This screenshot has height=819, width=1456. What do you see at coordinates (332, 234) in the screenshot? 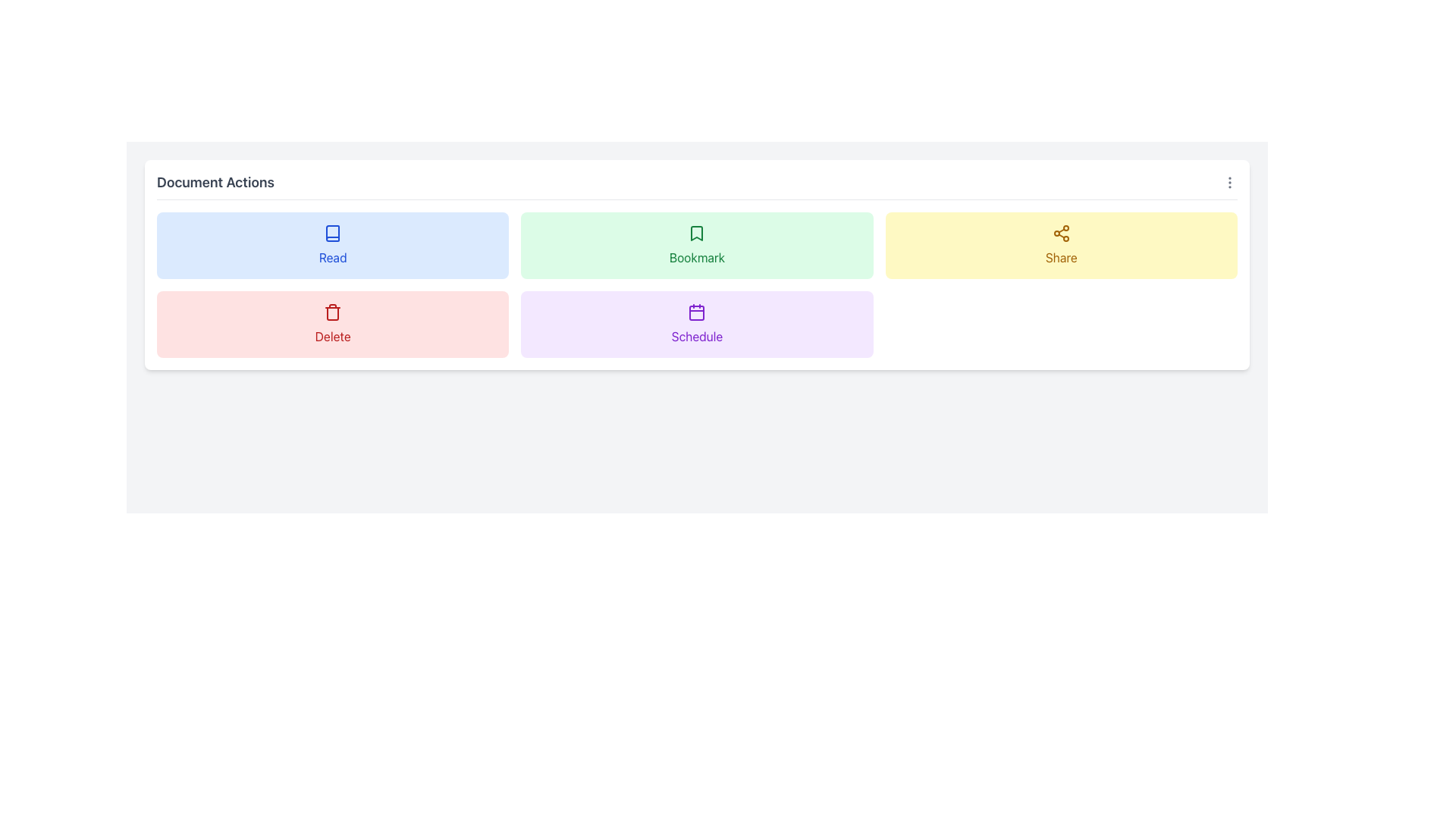
I see `the blue book-like icon that is part of the 'Read' functionality group, located in the top-left section of the 'Document Actions' area above the text label 'Read'` at bounding box center [332, 234].